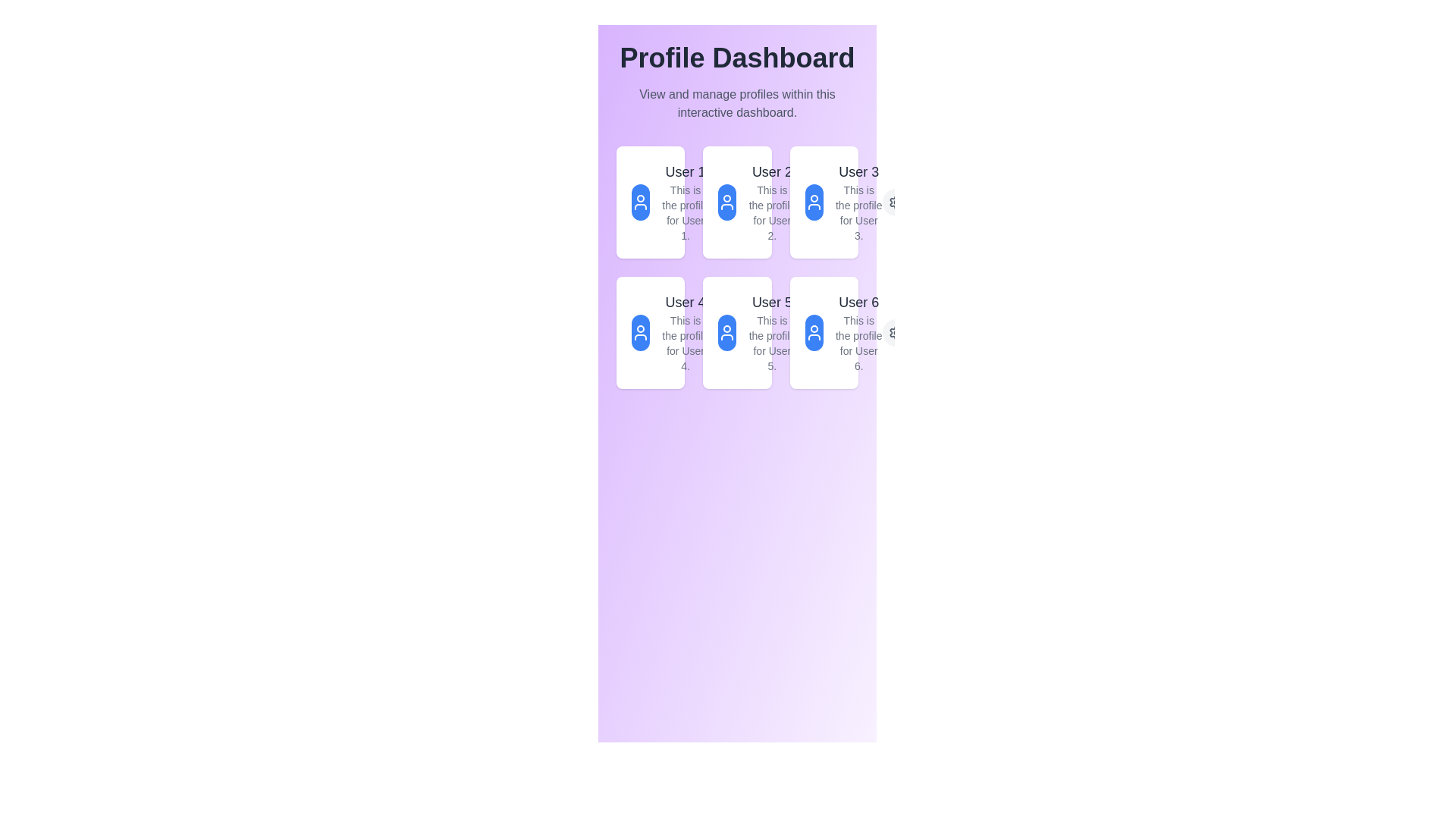 This screenshot has height=819, width=1456. Describe the element at coordinates (737, 332) in the screenshot. I see `the user profile icon associated with 'User 5' which is located to the left of the text 'User 5' within the profile card in a 3x2 grid layout` at that location.